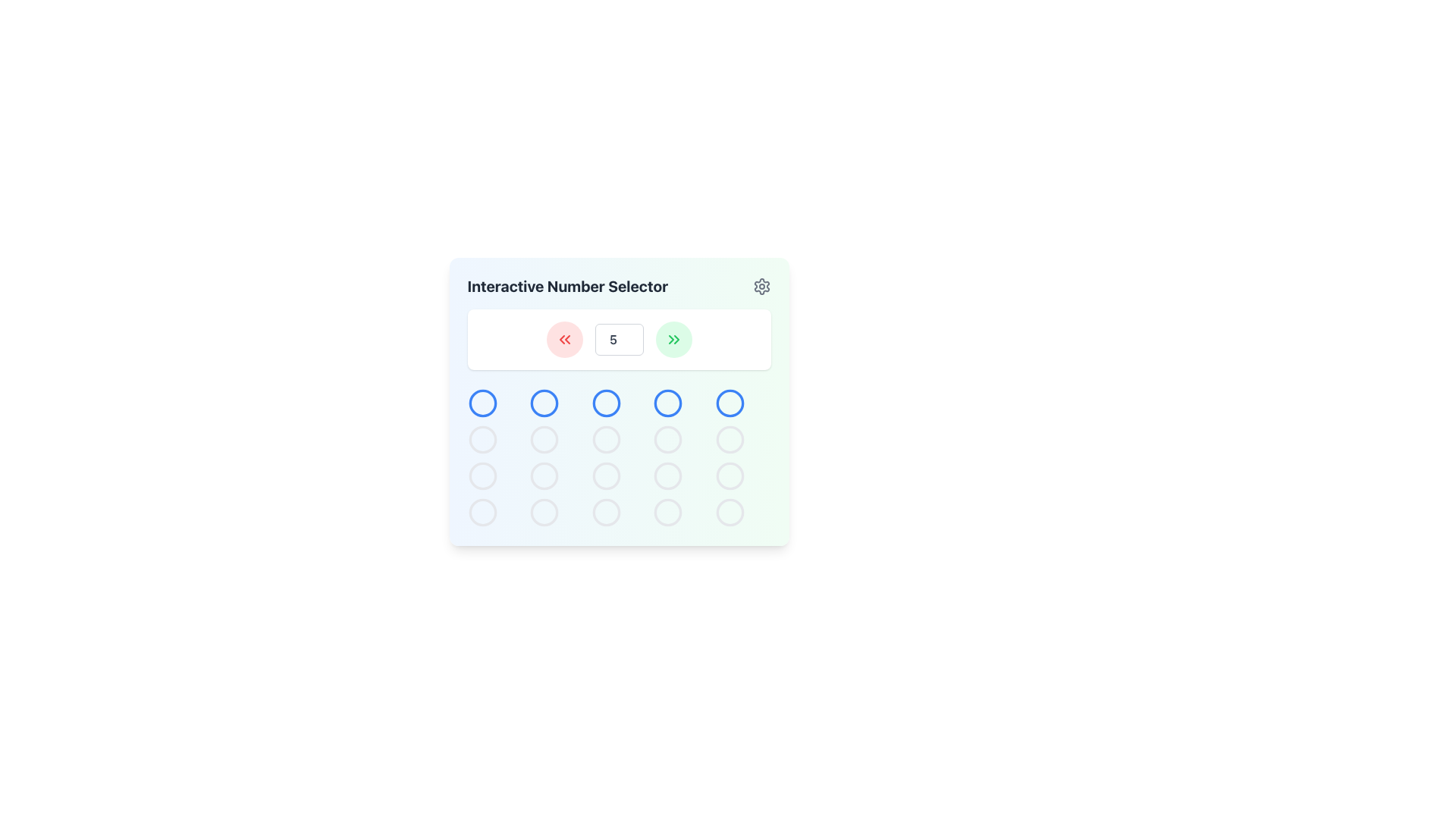 The height and width of the screenshot is (819, 1456). What do you see at coordinates (566, 338) in the screenshot?
I see `the second chevron icon on the control interface` at bounding box center [566, 338].